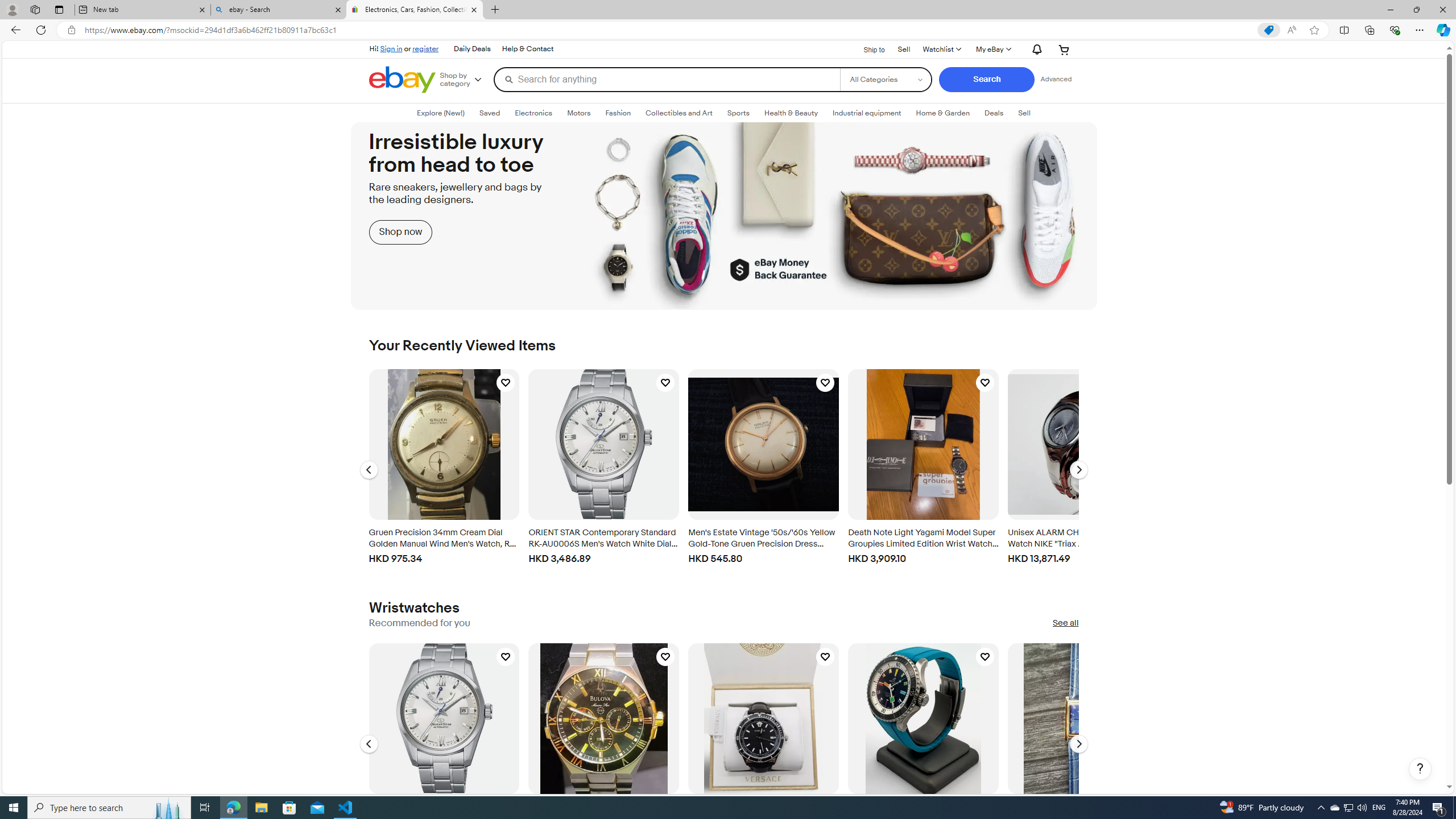 This screenshot has height=819, width=1456. Describe the element at coordinates (617, 113) in the screenshot. I see `'Fashion'` at that location.